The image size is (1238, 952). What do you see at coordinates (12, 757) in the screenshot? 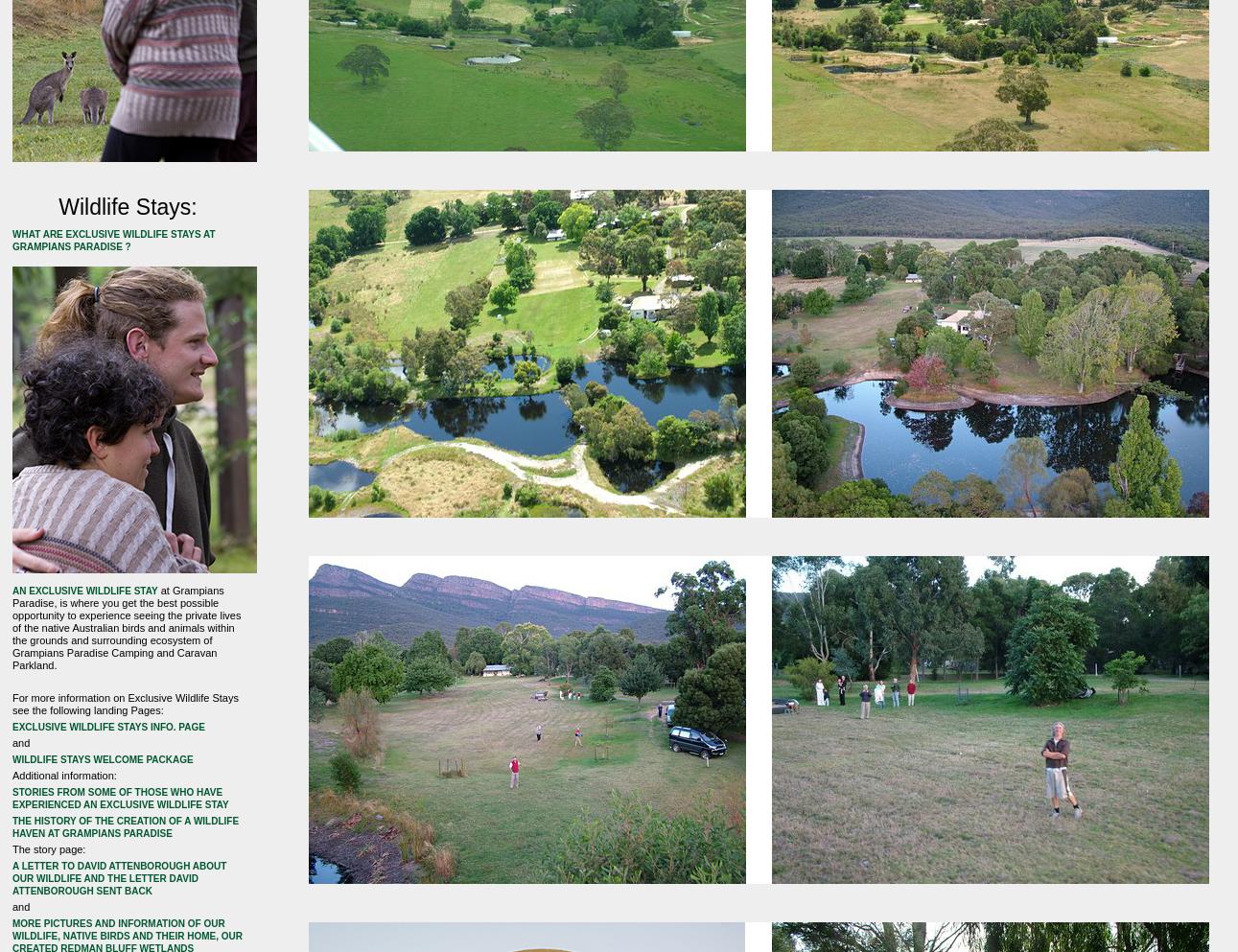
I see `'Wildlife Stays Welcome Package'` at bounding box center [12, 757].